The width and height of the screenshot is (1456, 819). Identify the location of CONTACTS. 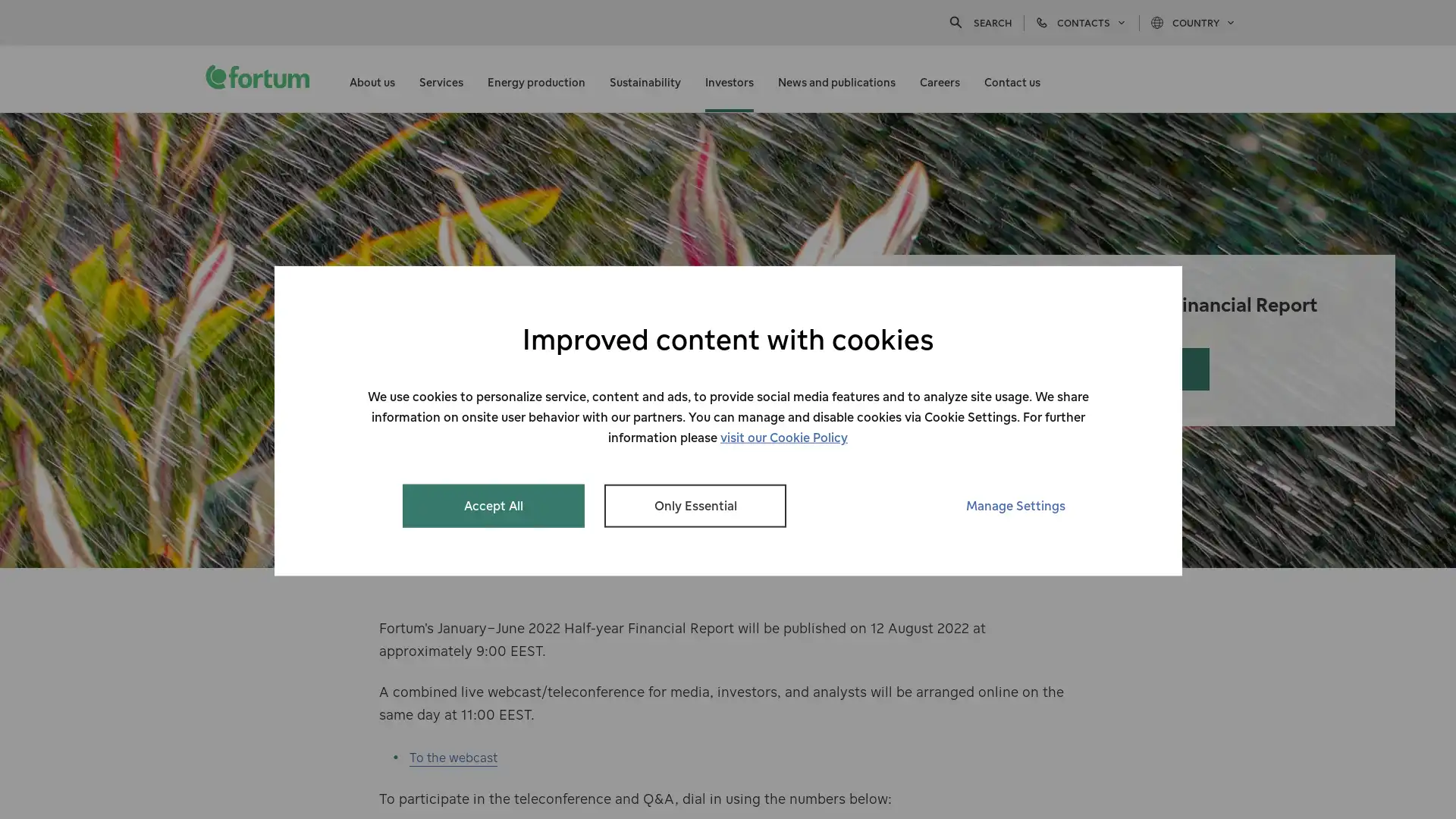
(1080, 22).